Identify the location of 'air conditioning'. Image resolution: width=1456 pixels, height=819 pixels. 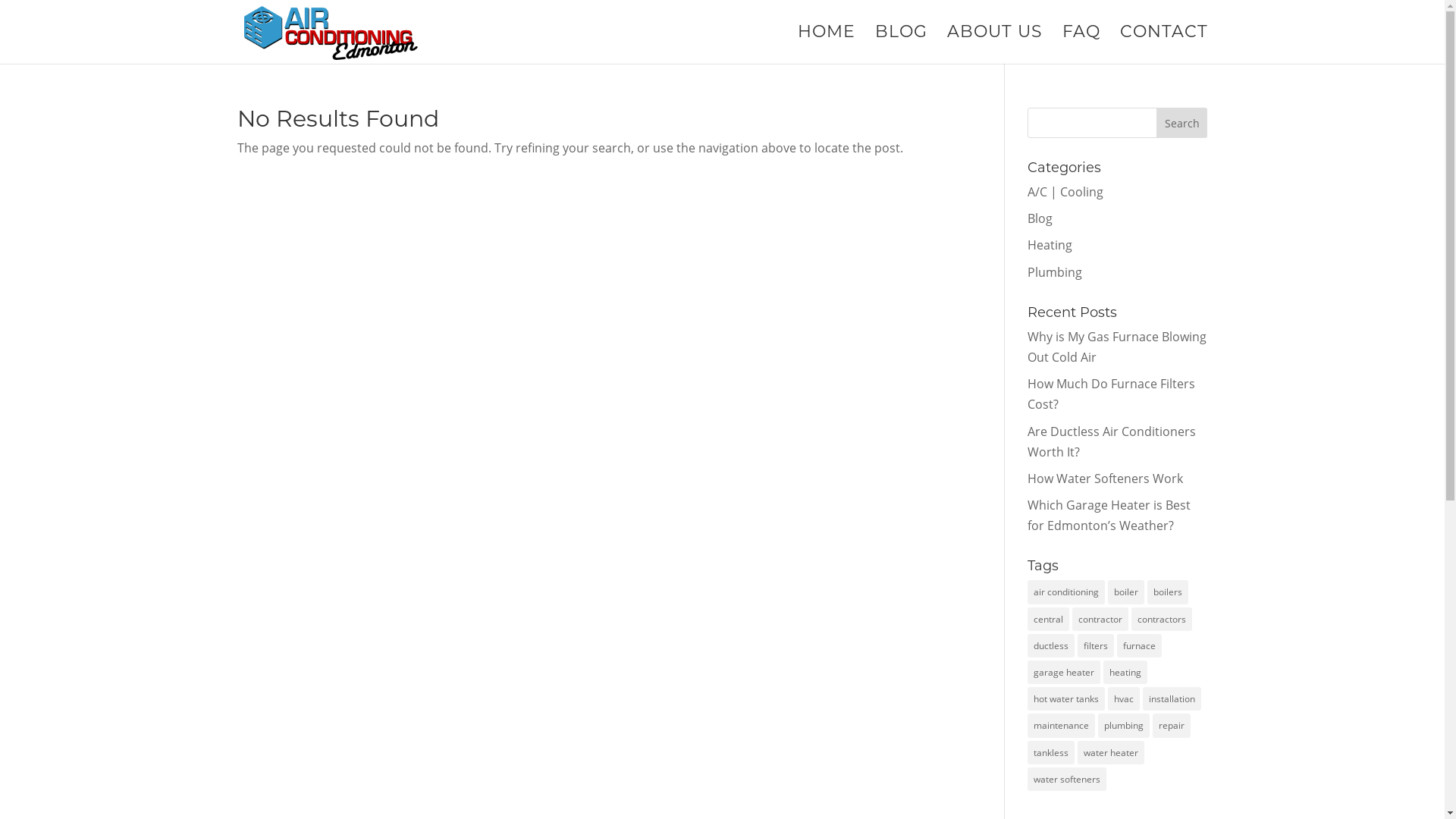
(1065, 591).